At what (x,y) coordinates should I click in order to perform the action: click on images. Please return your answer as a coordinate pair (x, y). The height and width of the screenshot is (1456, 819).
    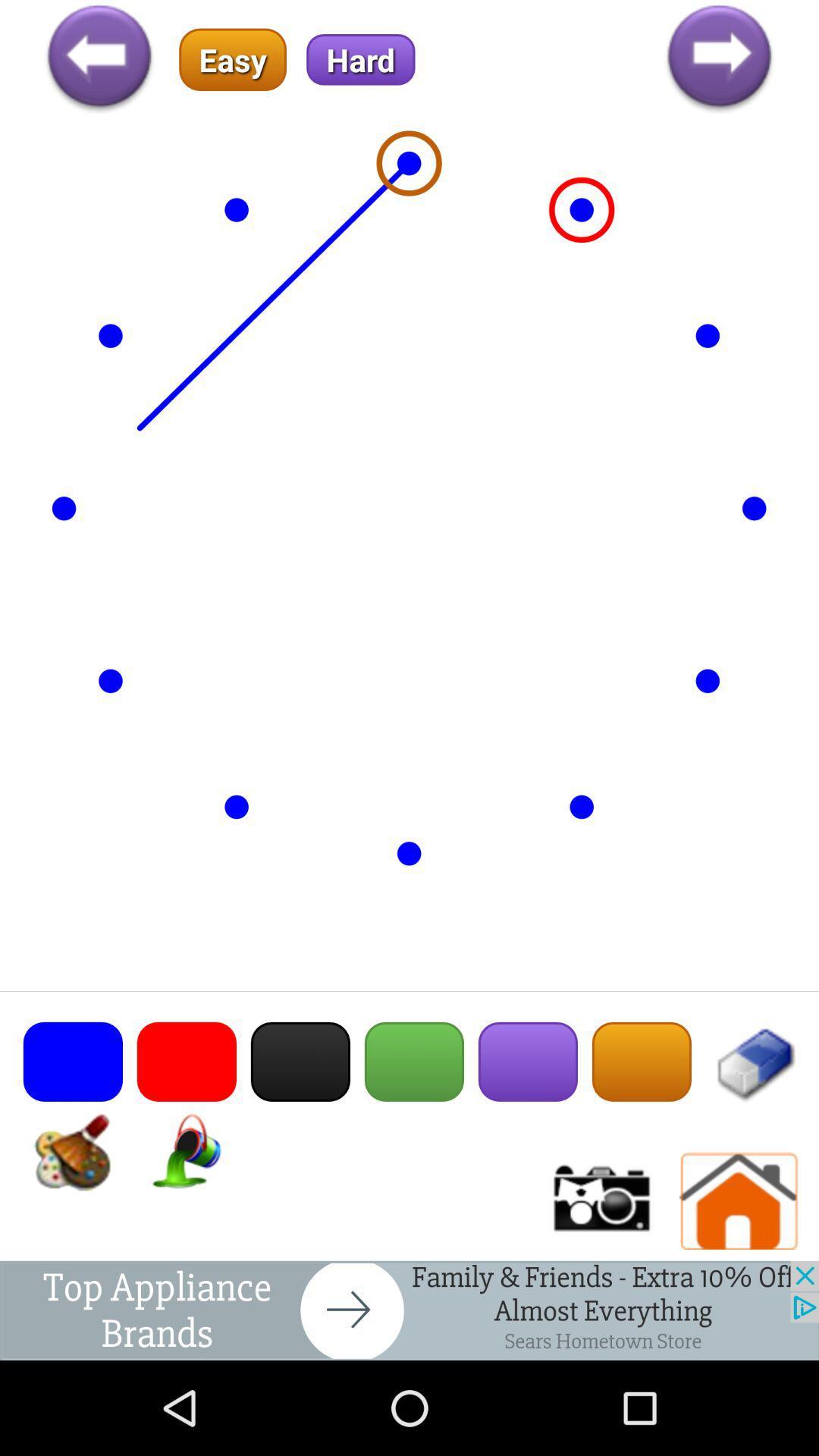
    Looking at the image, I should click on (599, 1200).